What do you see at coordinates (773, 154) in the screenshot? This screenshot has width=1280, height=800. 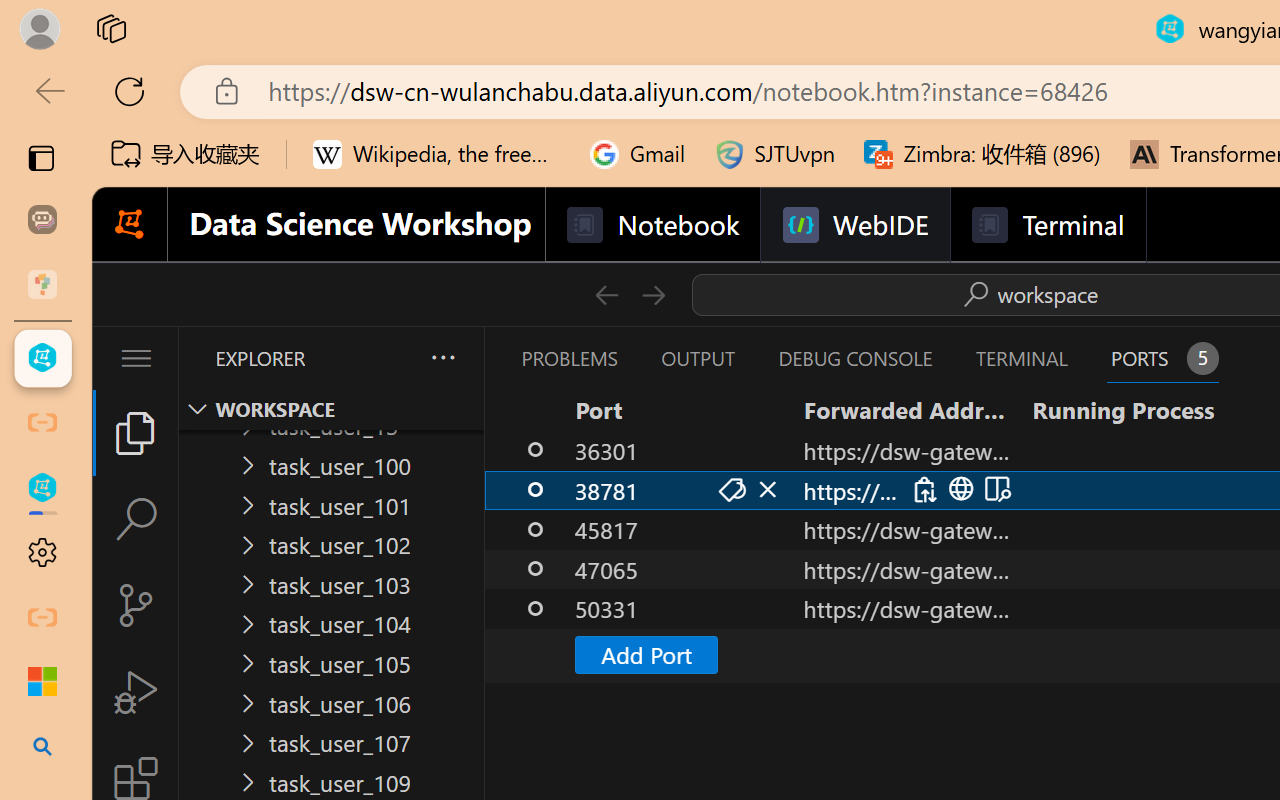 I see `'SJTUvpn'` at bounding box center [773, 154].